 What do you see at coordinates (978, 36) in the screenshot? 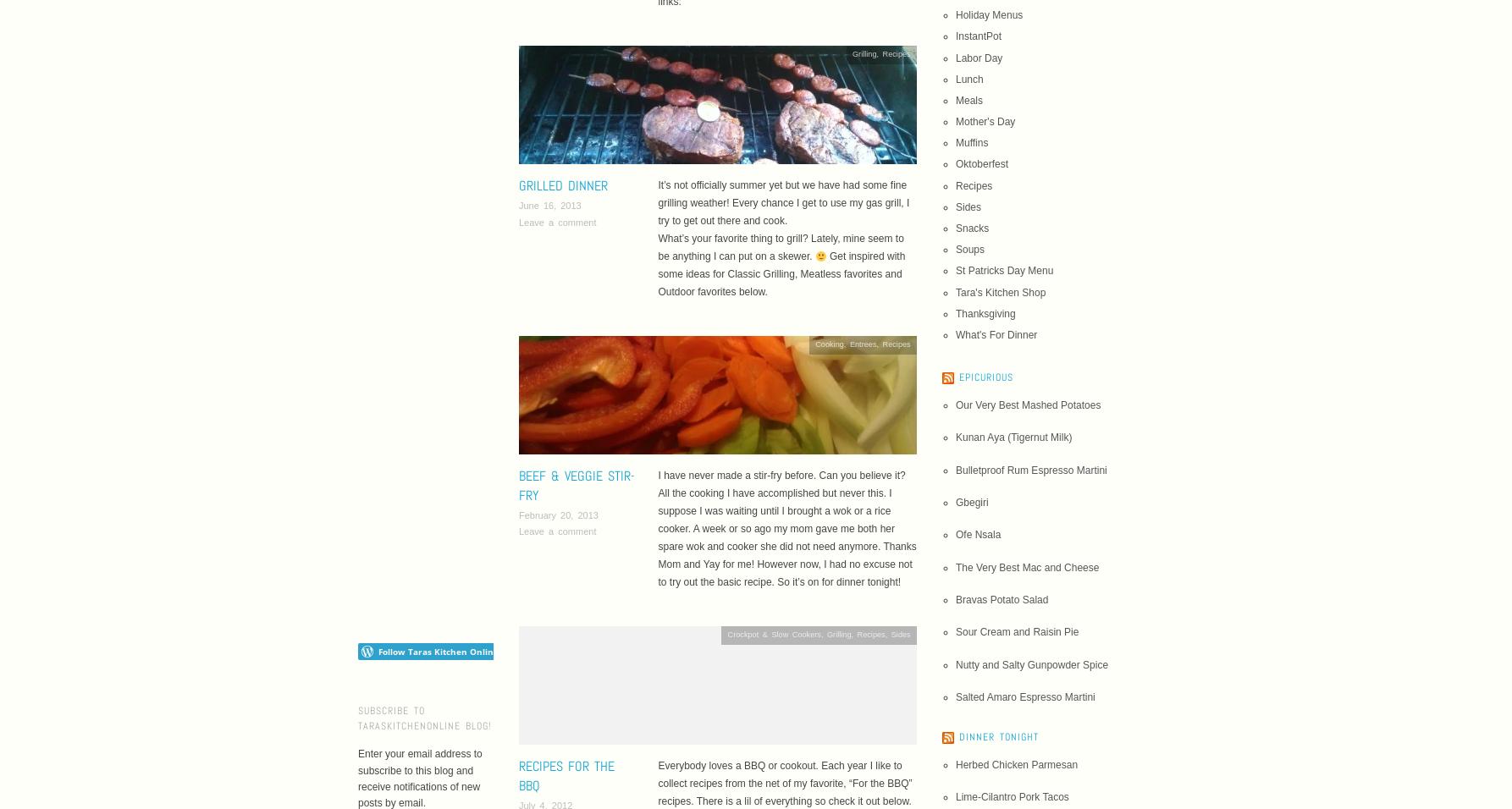
I see `'InstantPot'` at bounding box center [978, 36].